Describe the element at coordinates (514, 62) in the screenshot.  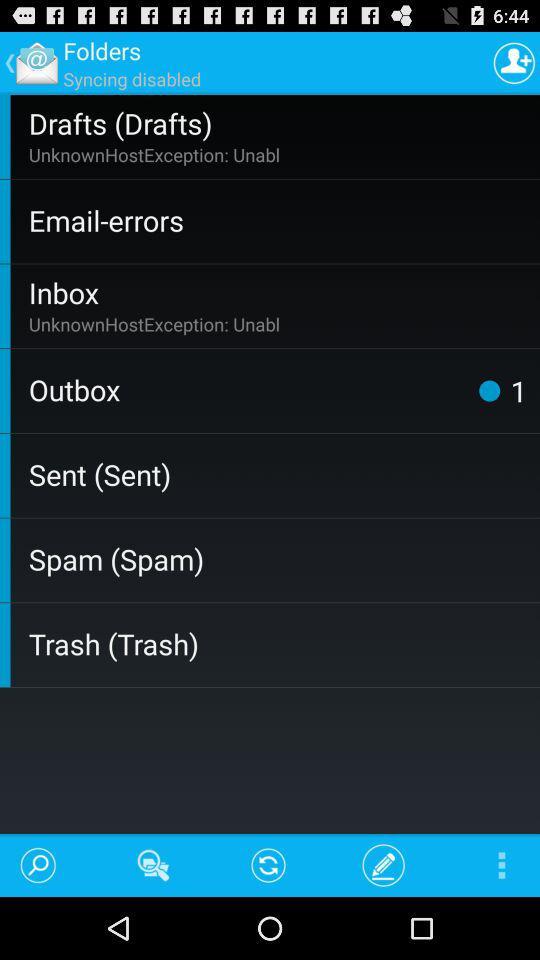
I see `item at the top right corner` at that location.